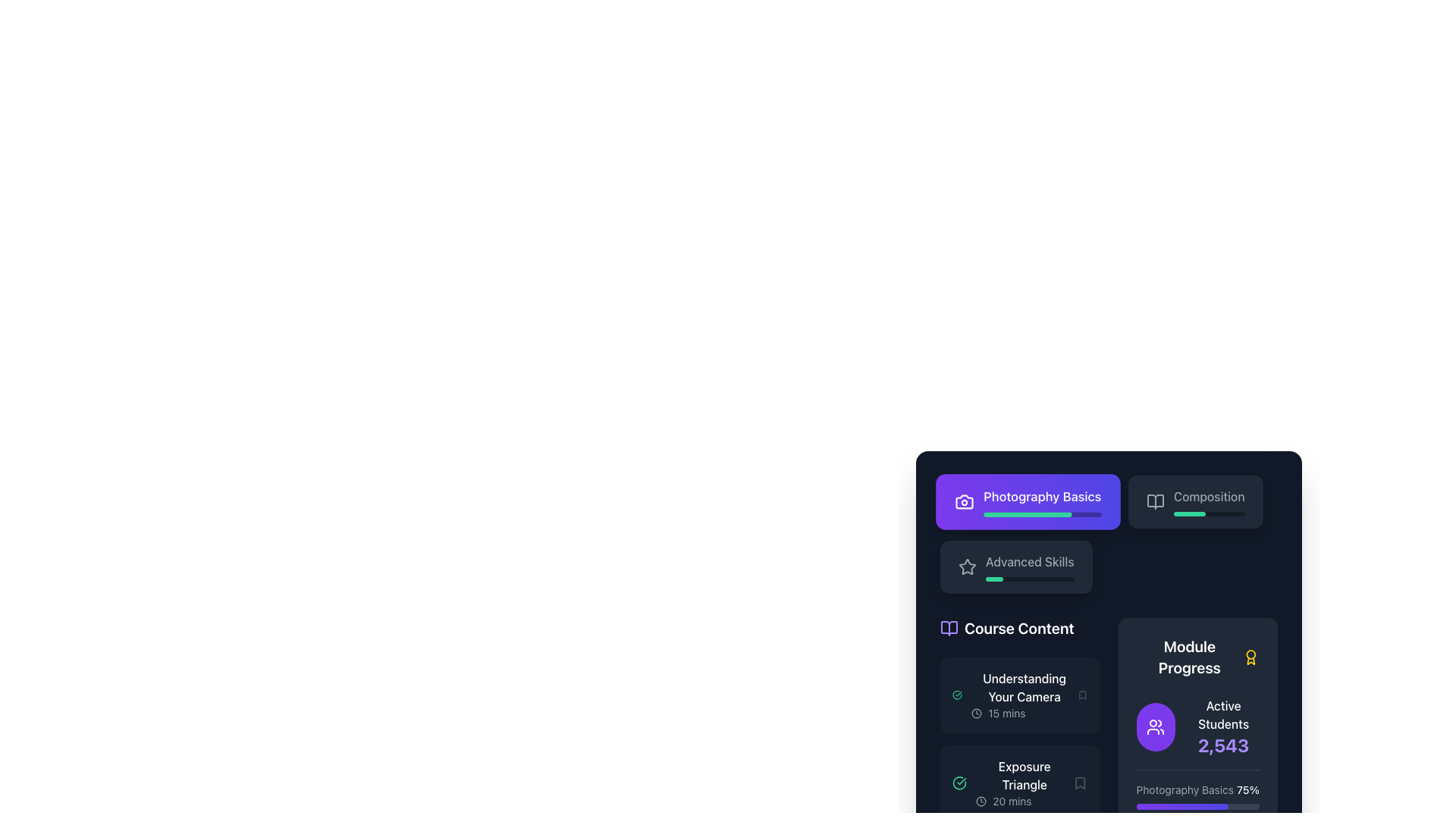  What do you see at coordinates (1025, 775) in the screenshot?
I see `the static text element titled 'Exposure Triangle' located in the 'Course Content' section, positioned directly below 'Understanding Your Camera'` at bounding box center [1025, 775].